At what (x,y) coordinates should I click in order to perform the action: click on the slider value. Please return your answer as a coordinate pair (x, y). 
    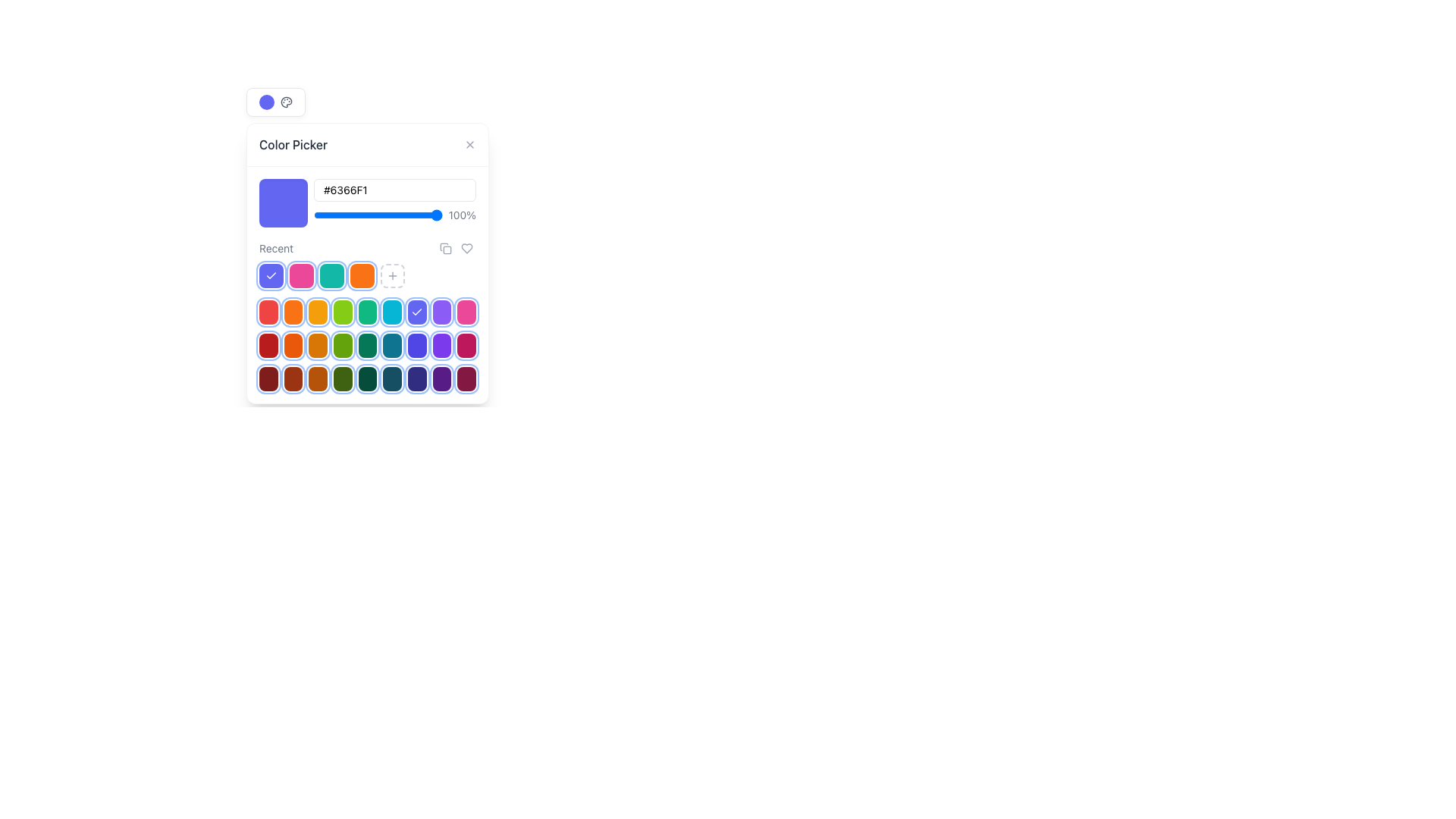
    Looking at the image, I should click on (365, 215).